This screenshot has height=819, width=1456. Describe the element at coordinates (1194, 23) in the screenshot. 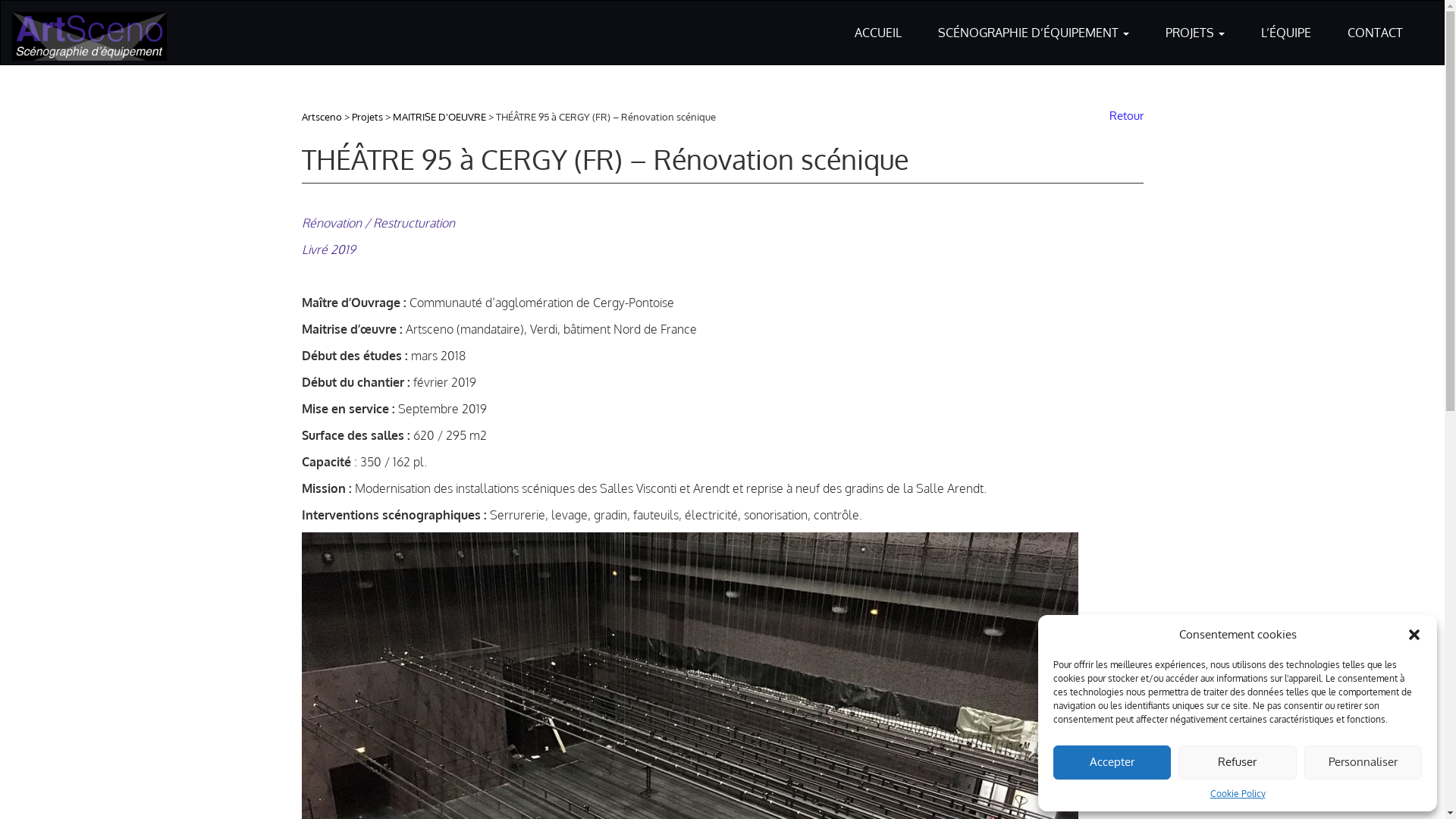

I see `'PROJETS'` at that location.